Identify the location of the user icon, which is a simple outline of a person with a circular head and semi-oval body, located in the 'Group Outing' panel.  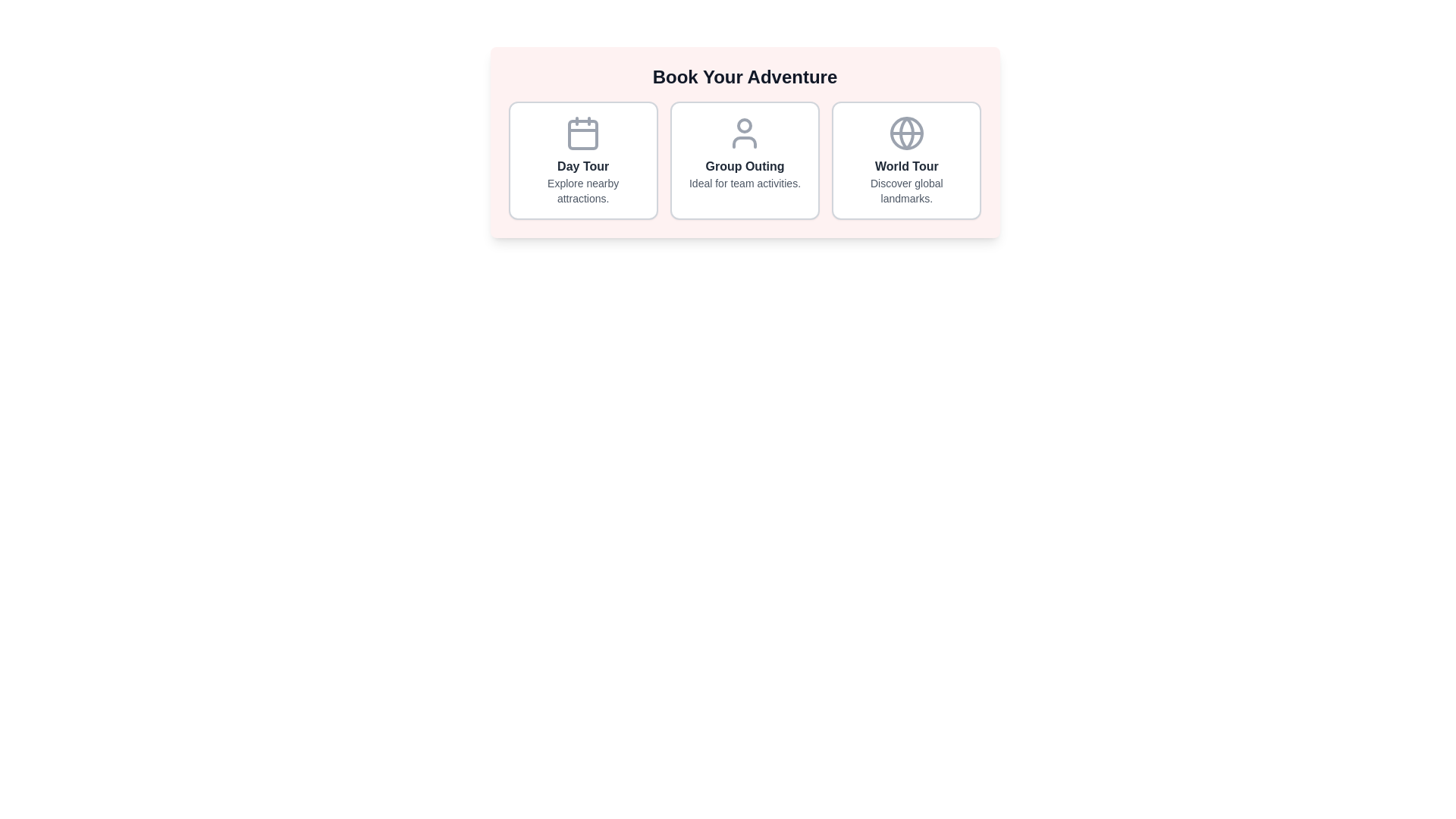
(745, 133).